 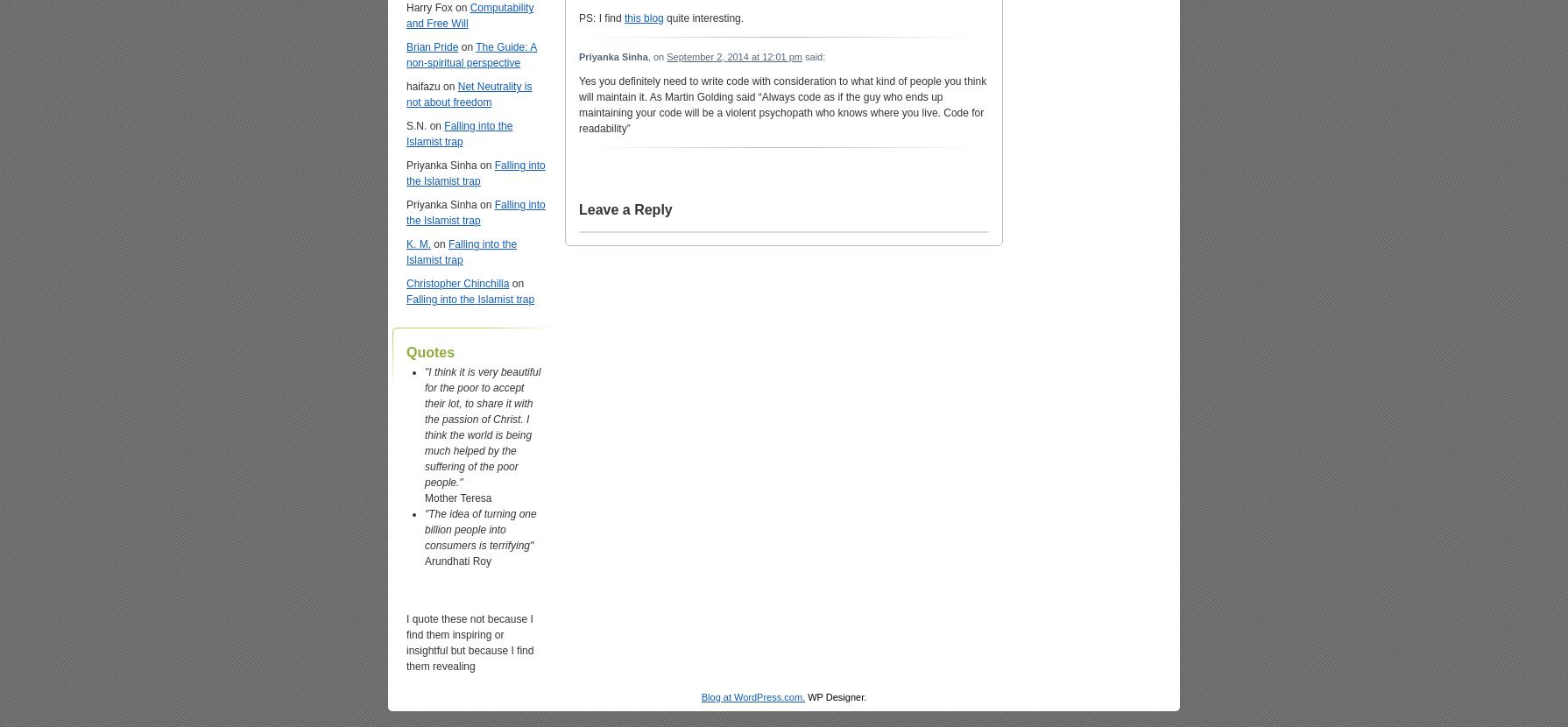 What do you see at coordinates (836, 695) in the screenshot?
I see `'WP Designer.'` at bounding box center [836, 695].